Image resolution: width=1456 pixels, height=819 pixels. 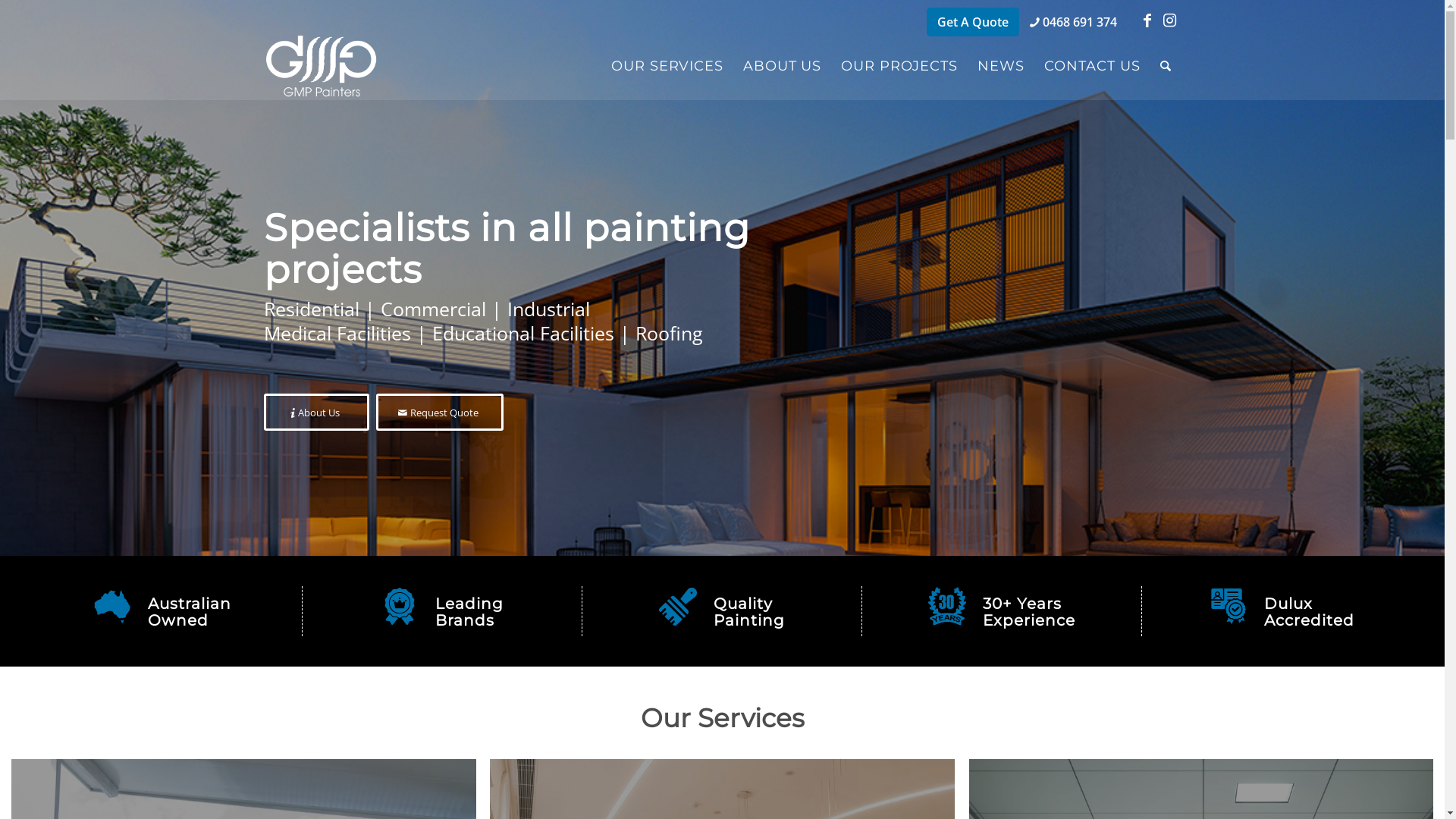 What do you see at coordinates (972, 22) in the screenshot?
I see `'Get A Quote'` at bounding box center [972, 22].